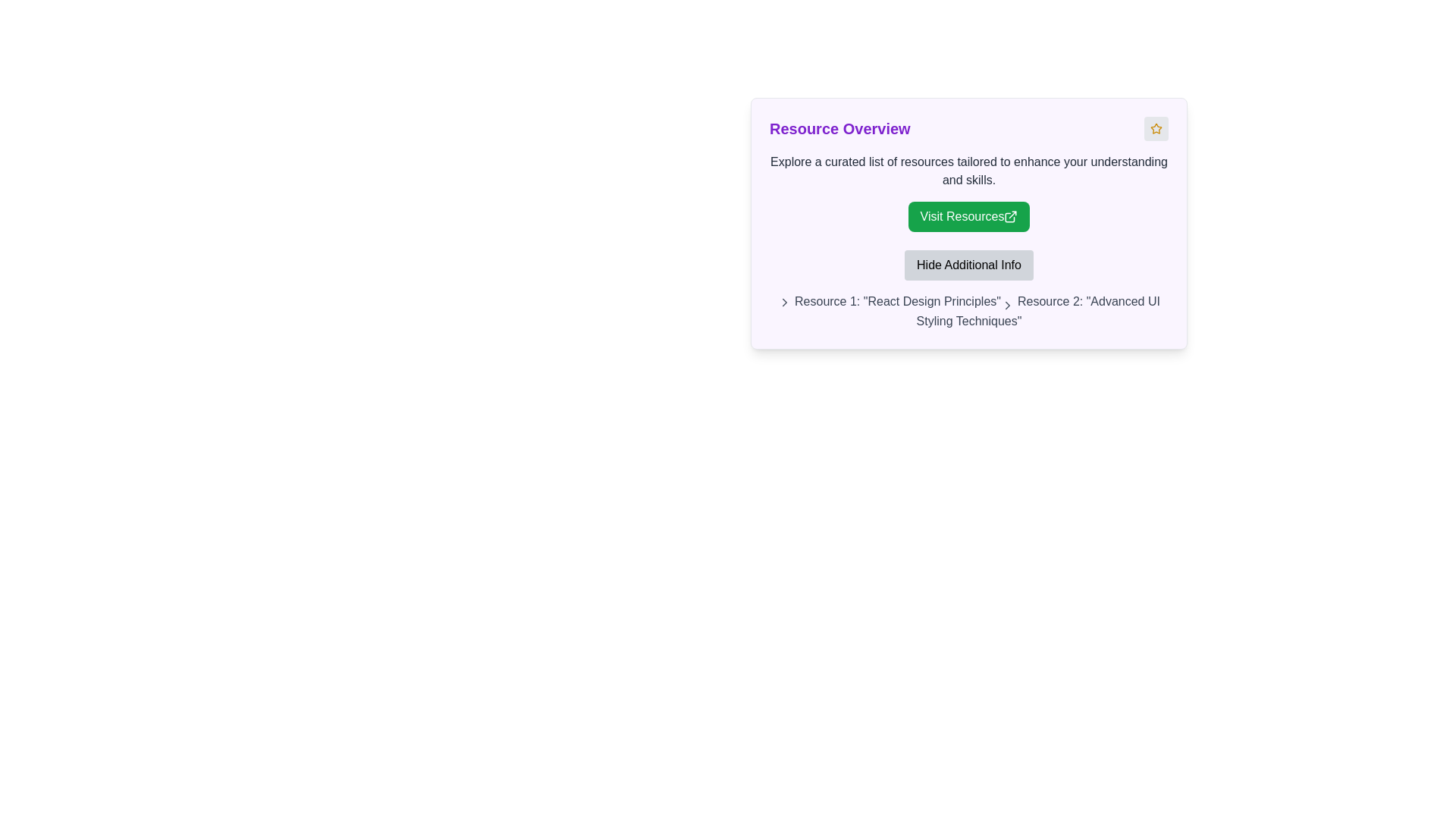  What do you see at coordinates (898, 301) in the screenshot?
I see `the Text Component that provides the title and description of the first listed resource, located to the right of a small right-chevron icon` at bounding box center [898, 301].